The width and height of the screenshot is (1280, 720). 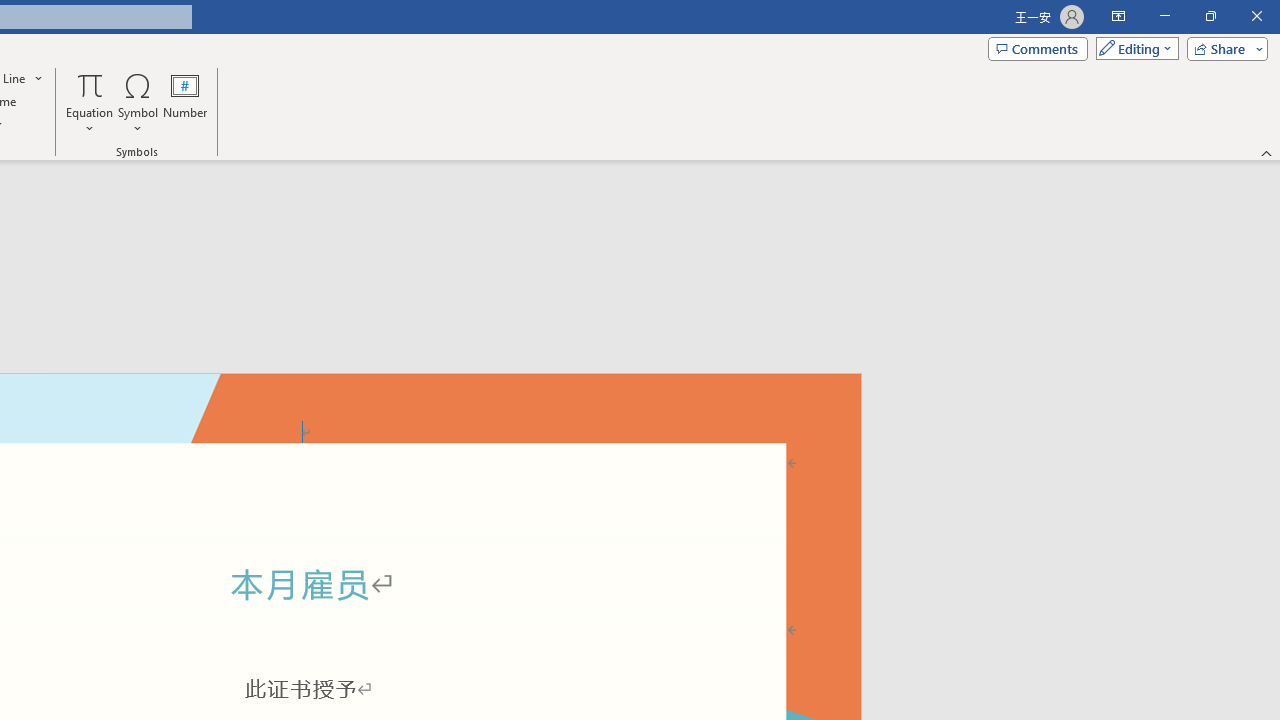 What do you see at coordinates (1133, 47) in the screenshot?
I see `'Mode'` at bounding box center [1133, 47].